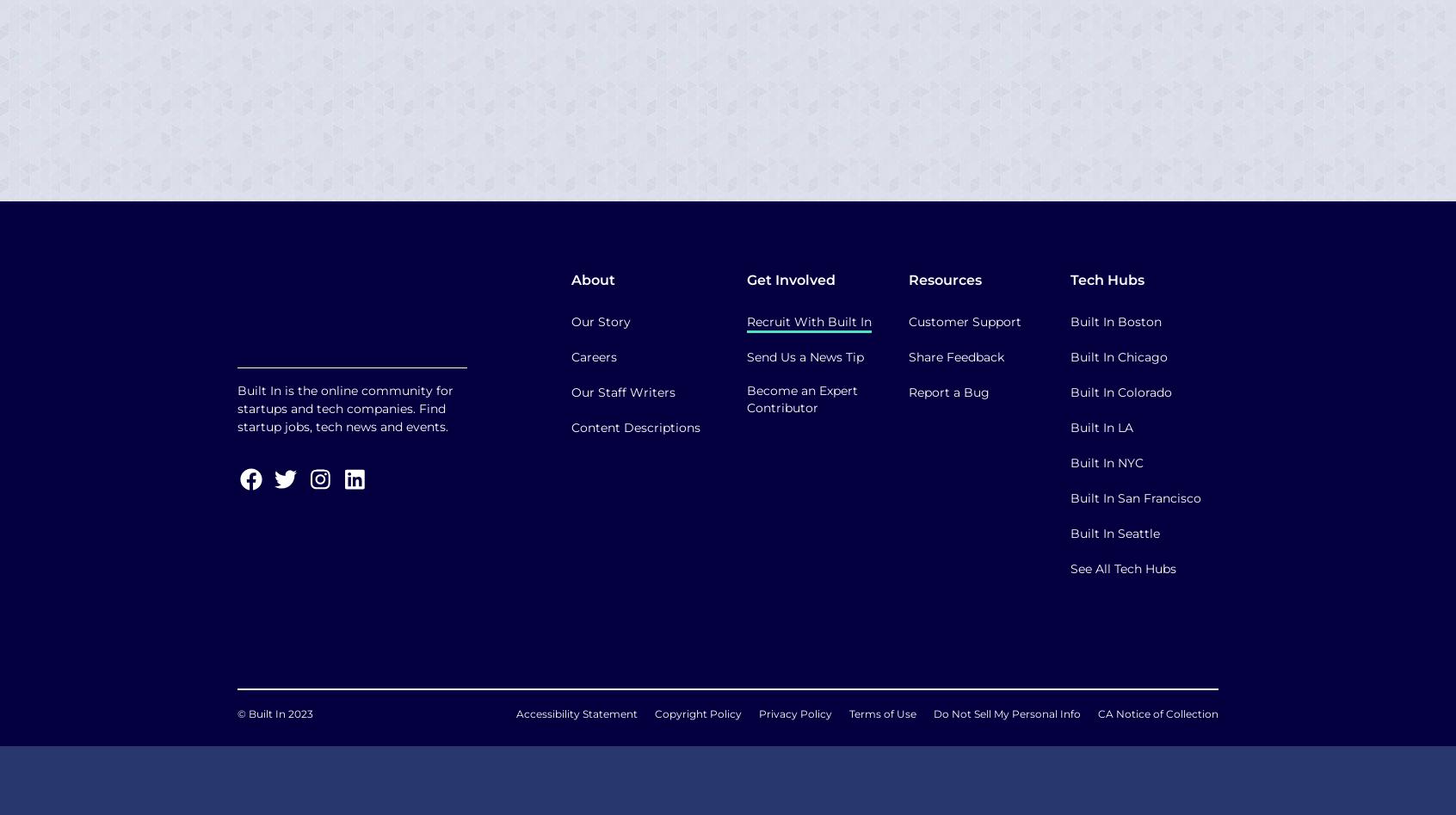 This screenshot has height=815, width=1456. What do you see at coordinates (515, 713) in the screenshot?
I see `'Accessibility Statement'` at bounding box center [515, 713].